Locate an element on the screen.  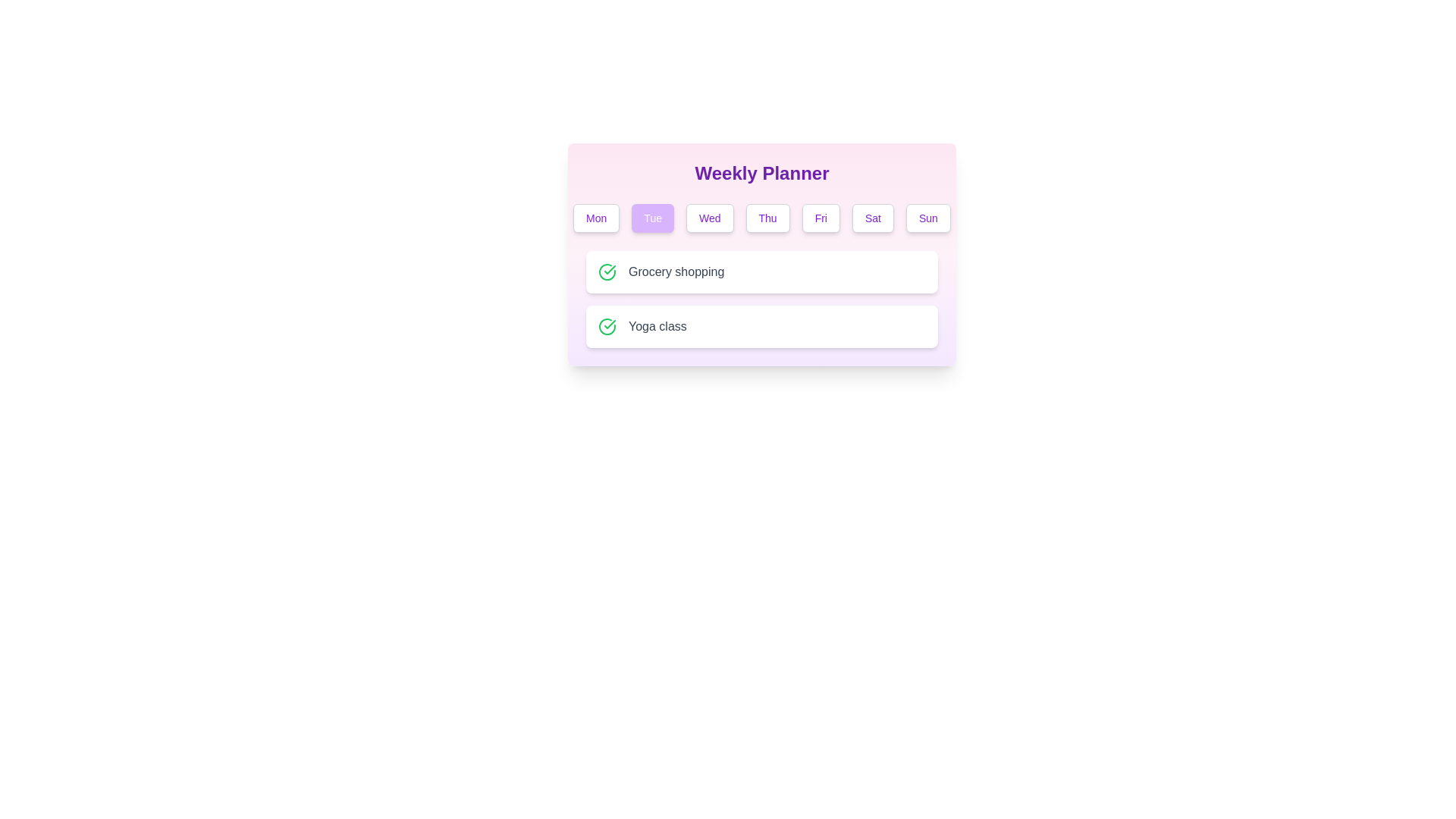
the element Mon to observe visual feedback is located at coordinates (595, 218).